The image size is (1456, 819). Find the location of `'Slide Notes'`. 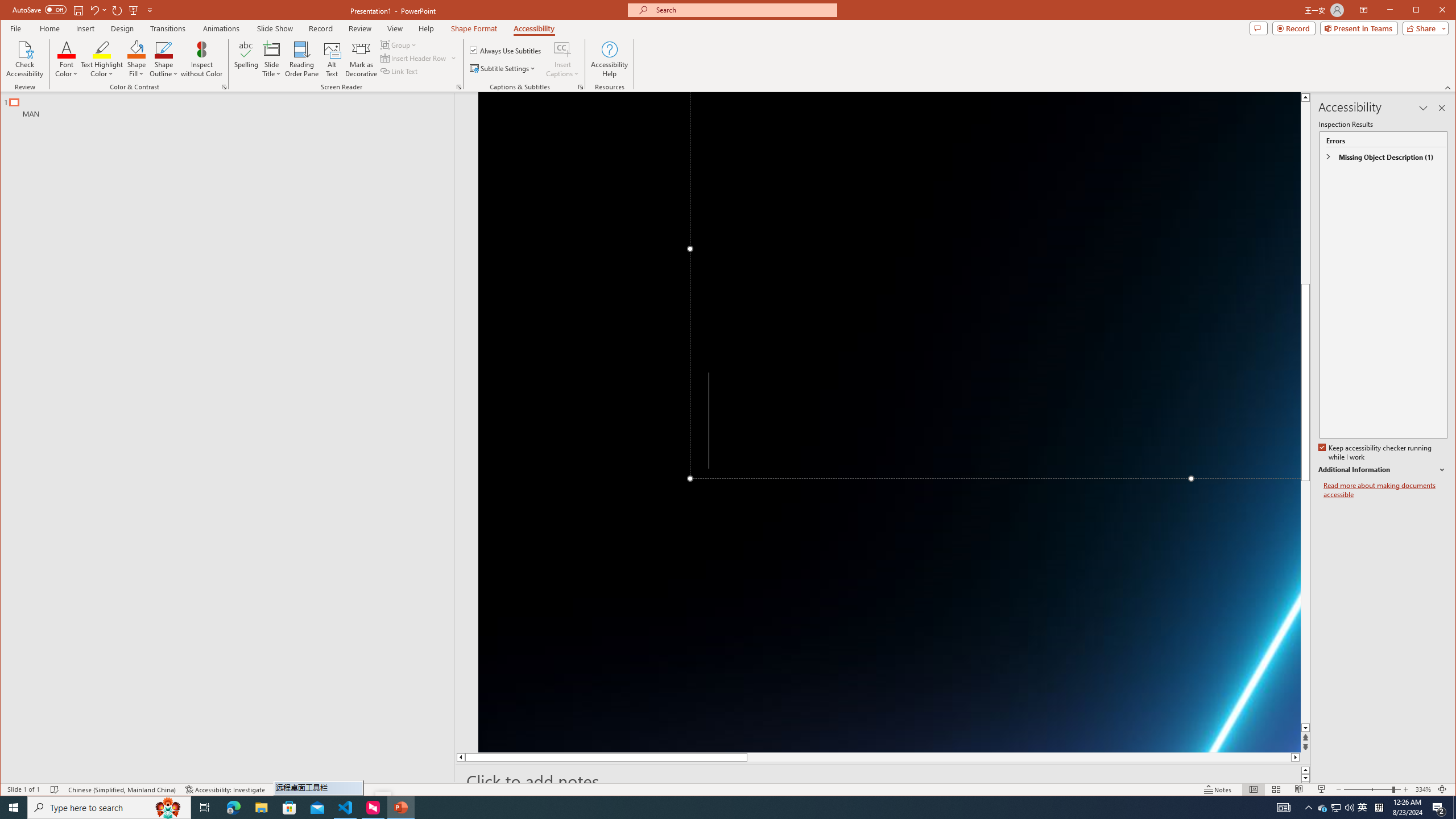

'Slide Notes' is located at coordinates (883, 780).